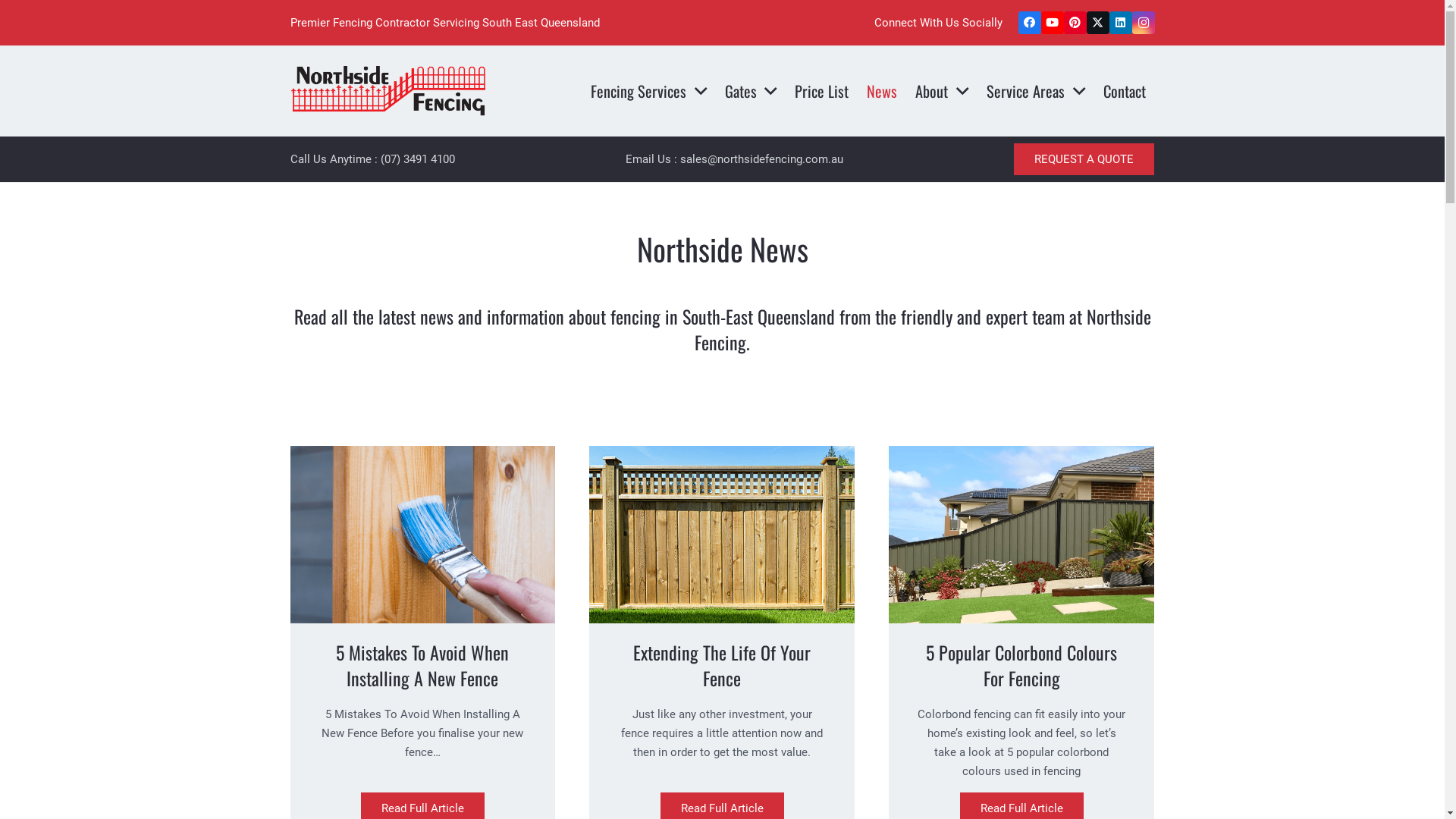 Image resolution: width=1456 pixels, height=819 pixels. What do you see at coordinates (751, 90) in the screenshot?
I see `'Gates'` at bounding box center [751, 90].